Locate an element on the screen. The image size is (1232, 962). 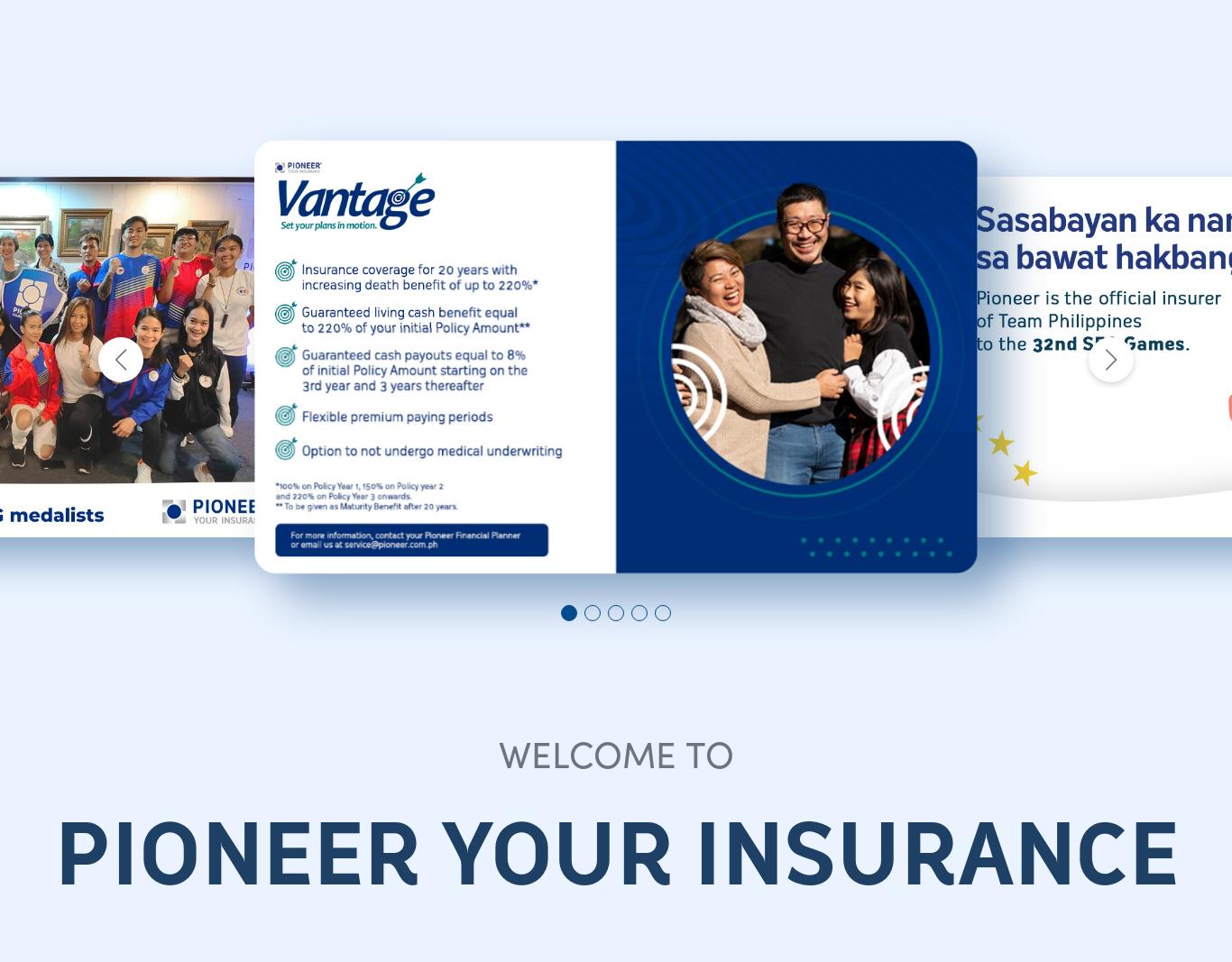
'We’ll be with you as you deal with loss. Let us walk you through the process.' is located at coordinates (747, 230).